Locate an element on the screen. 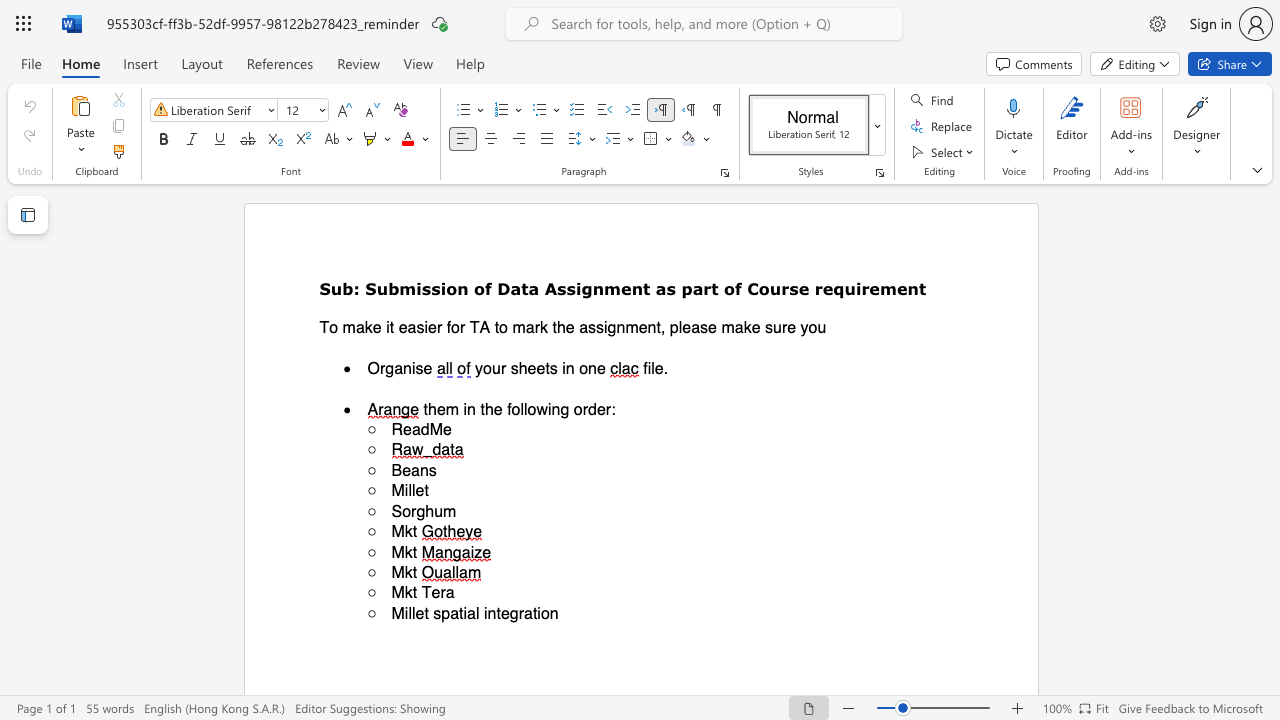 This screenshot has height=720, width=1280. the 1th character "t" in the text is located at coordinates (424, 408).